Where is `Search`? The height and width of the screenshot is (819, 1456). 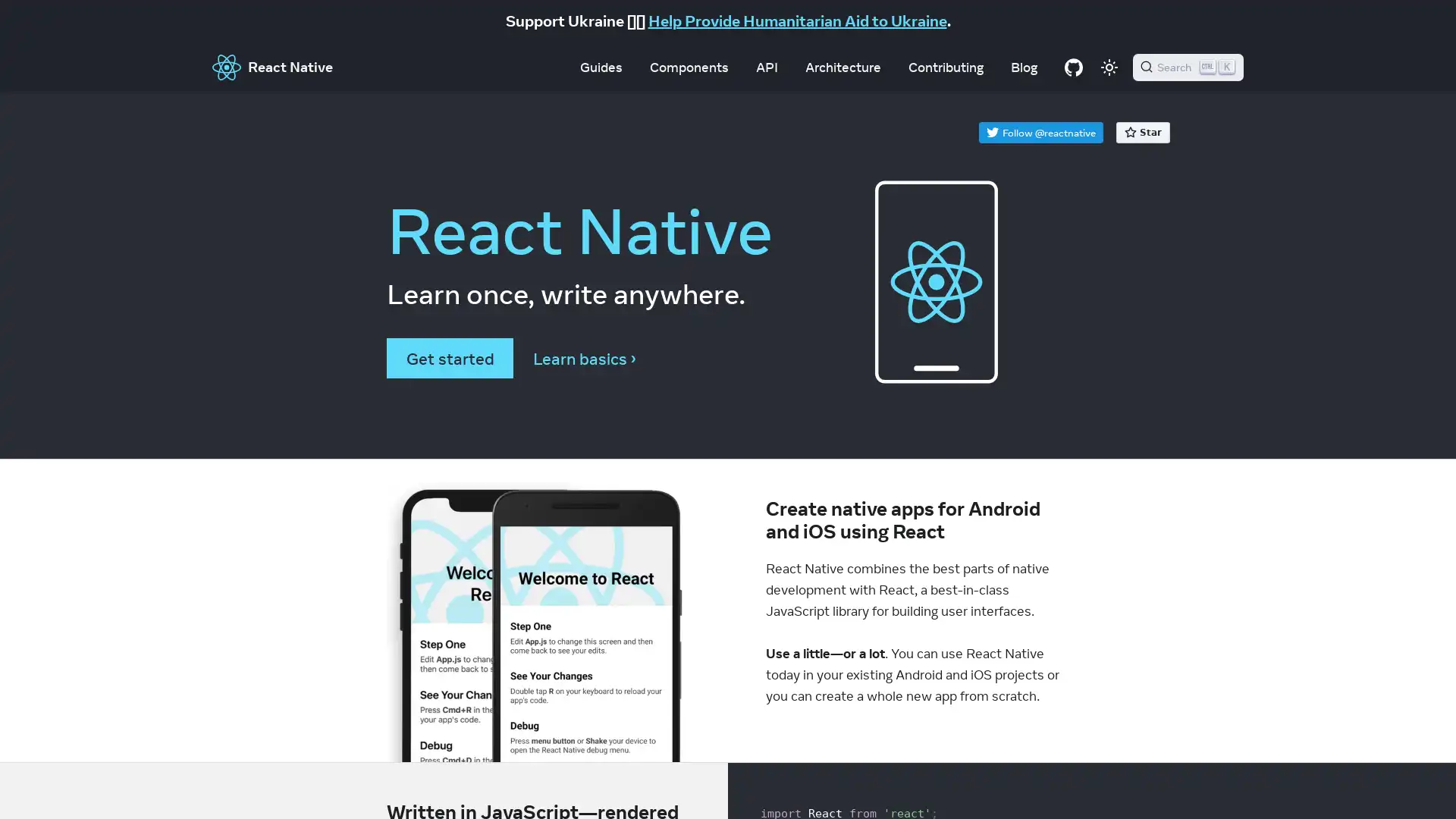
Search is located at coordinates (1187, 66).